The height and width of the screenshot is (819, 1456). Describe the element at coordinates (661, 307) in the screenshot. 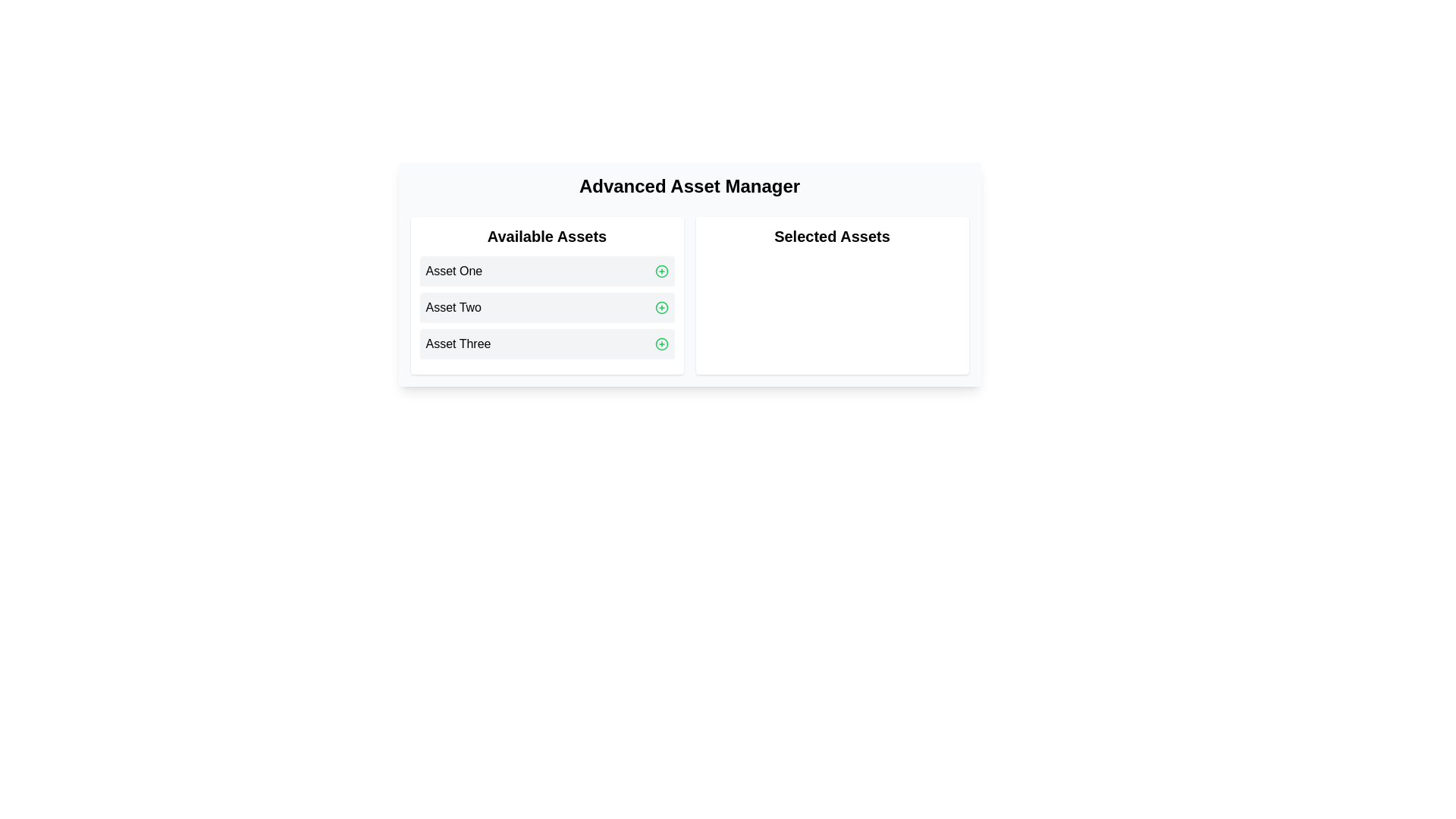

I see `the green circular button with a white plus symbol, located to the right of 'Asset Two'` at that location.